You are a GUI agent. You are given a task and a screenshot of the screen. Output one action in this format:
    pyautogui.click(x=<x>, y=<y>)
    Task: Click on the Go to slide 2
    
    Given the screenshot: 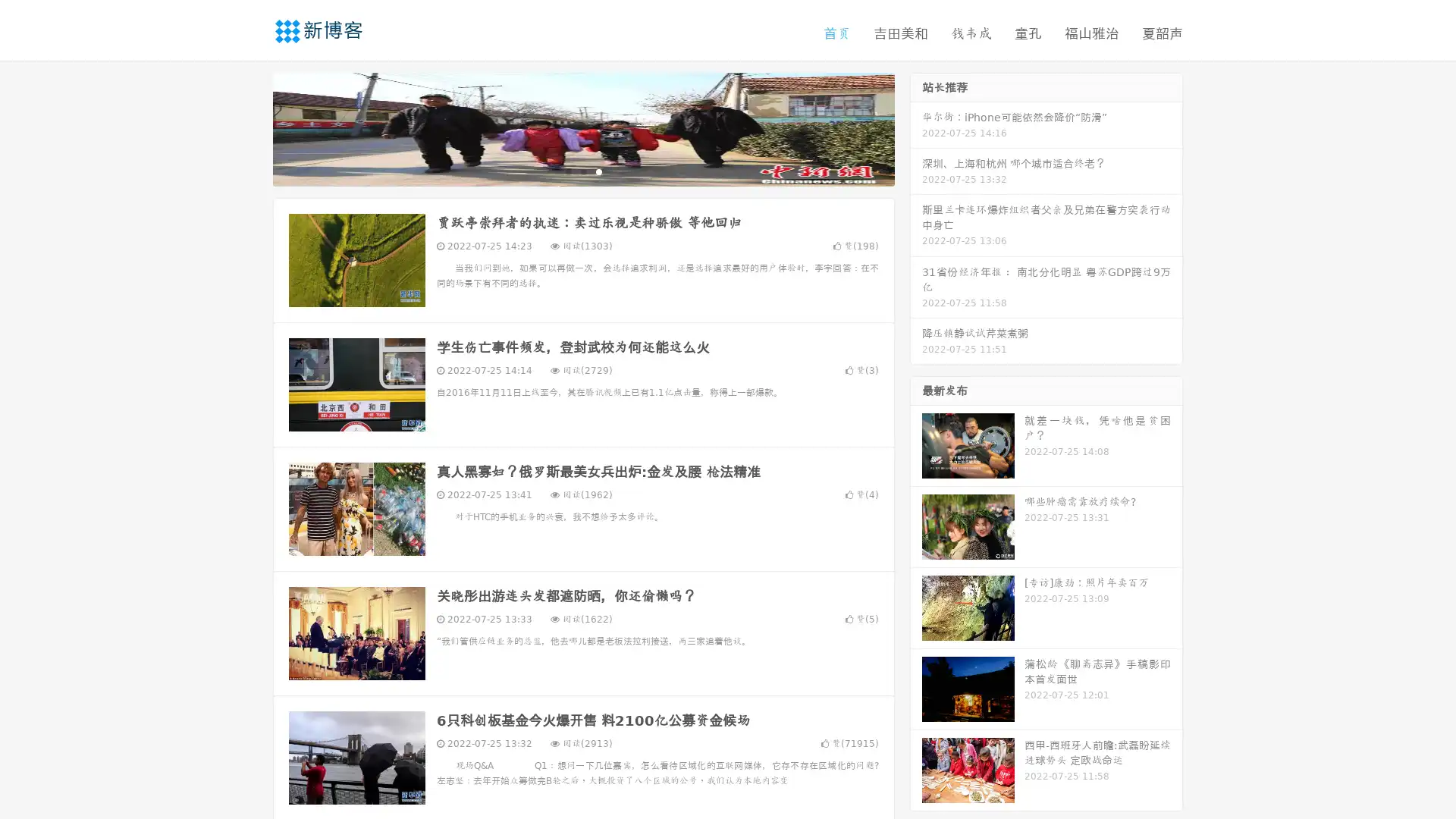 What is the action you would take?
    pyautogui.click(x=582, y=171)
    